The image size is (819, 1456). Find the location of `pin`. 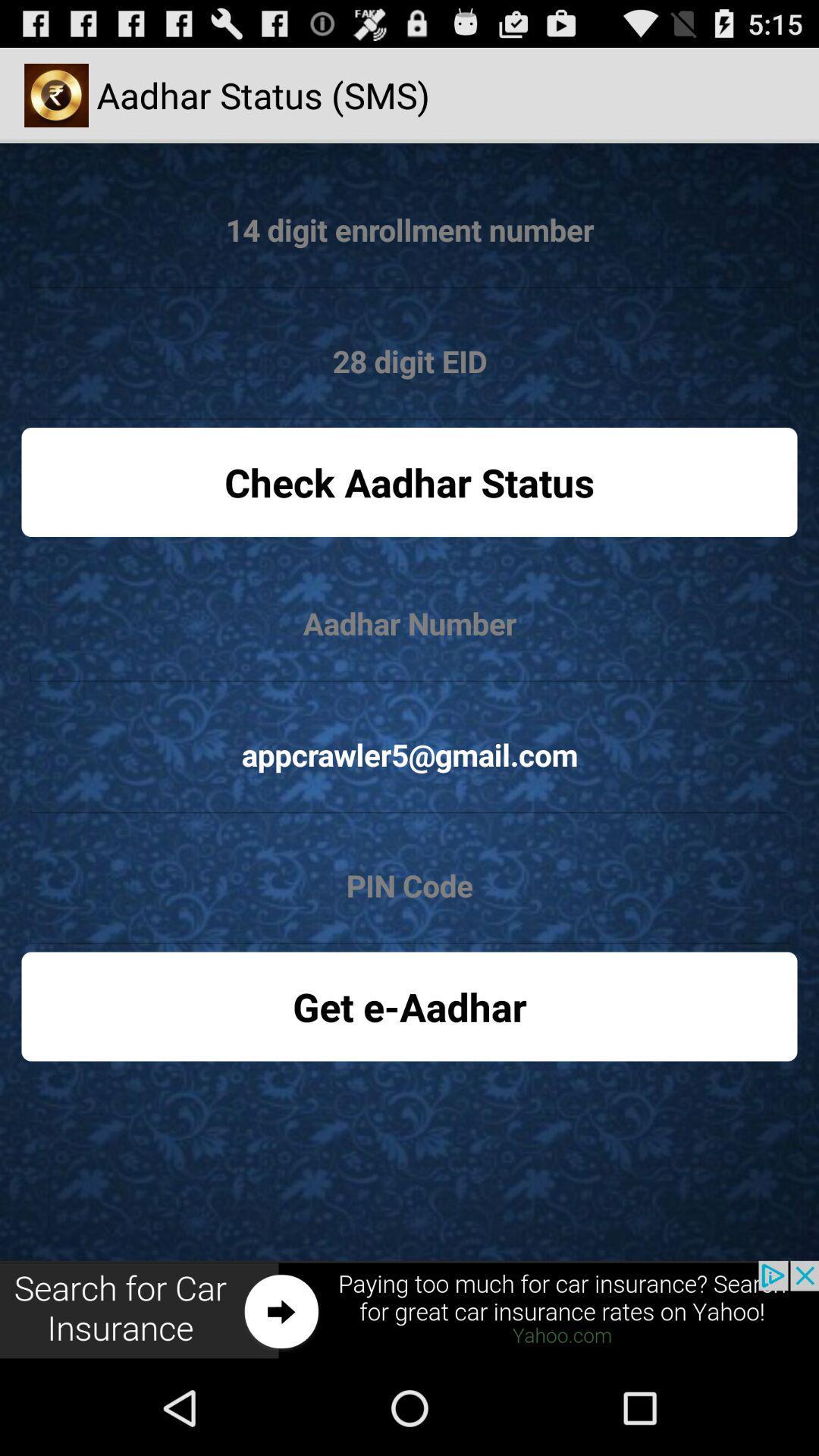

pin is located at coordinates (409, 886).